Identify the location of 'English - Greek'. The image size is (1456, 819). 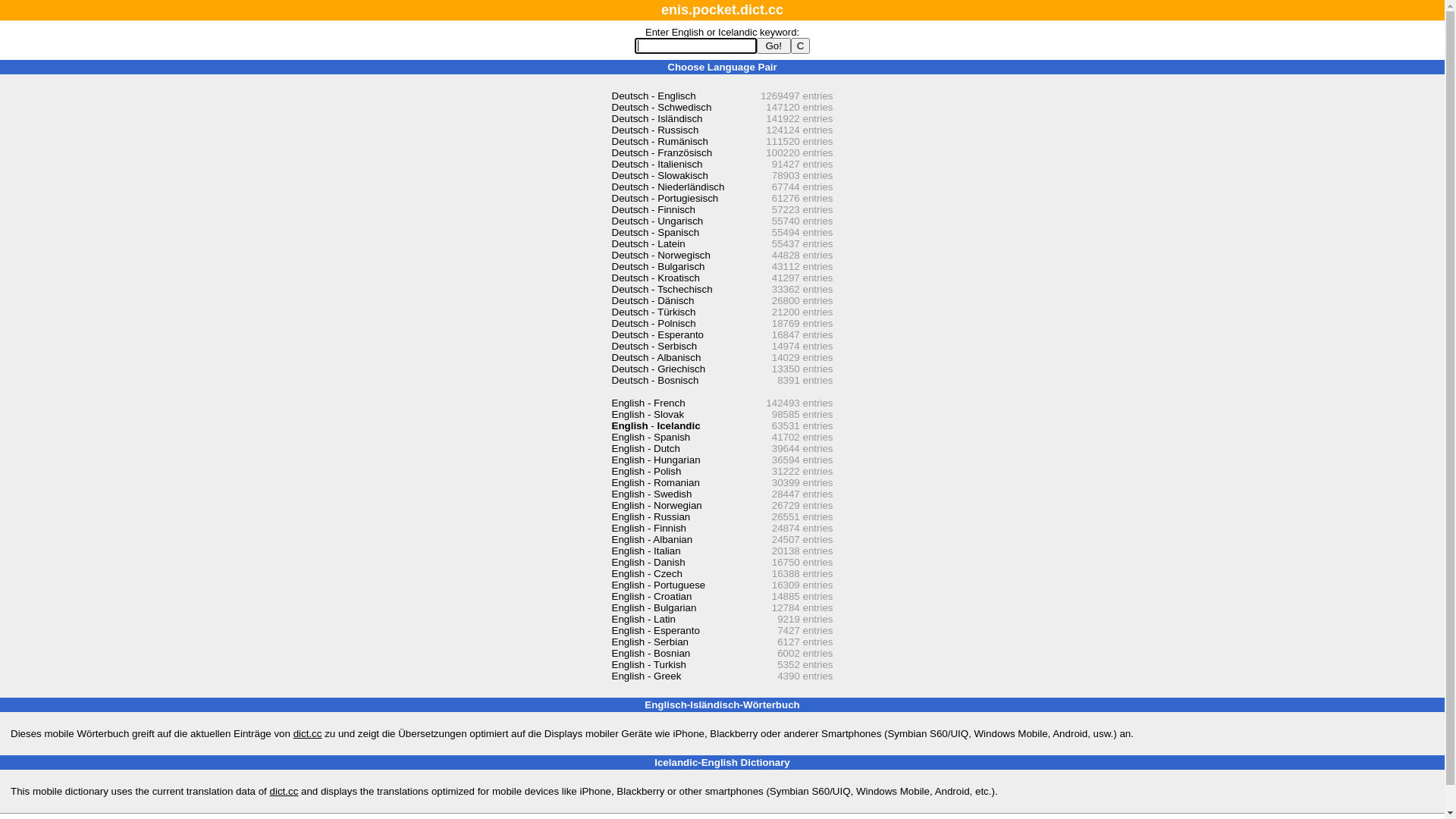
(645, 675).